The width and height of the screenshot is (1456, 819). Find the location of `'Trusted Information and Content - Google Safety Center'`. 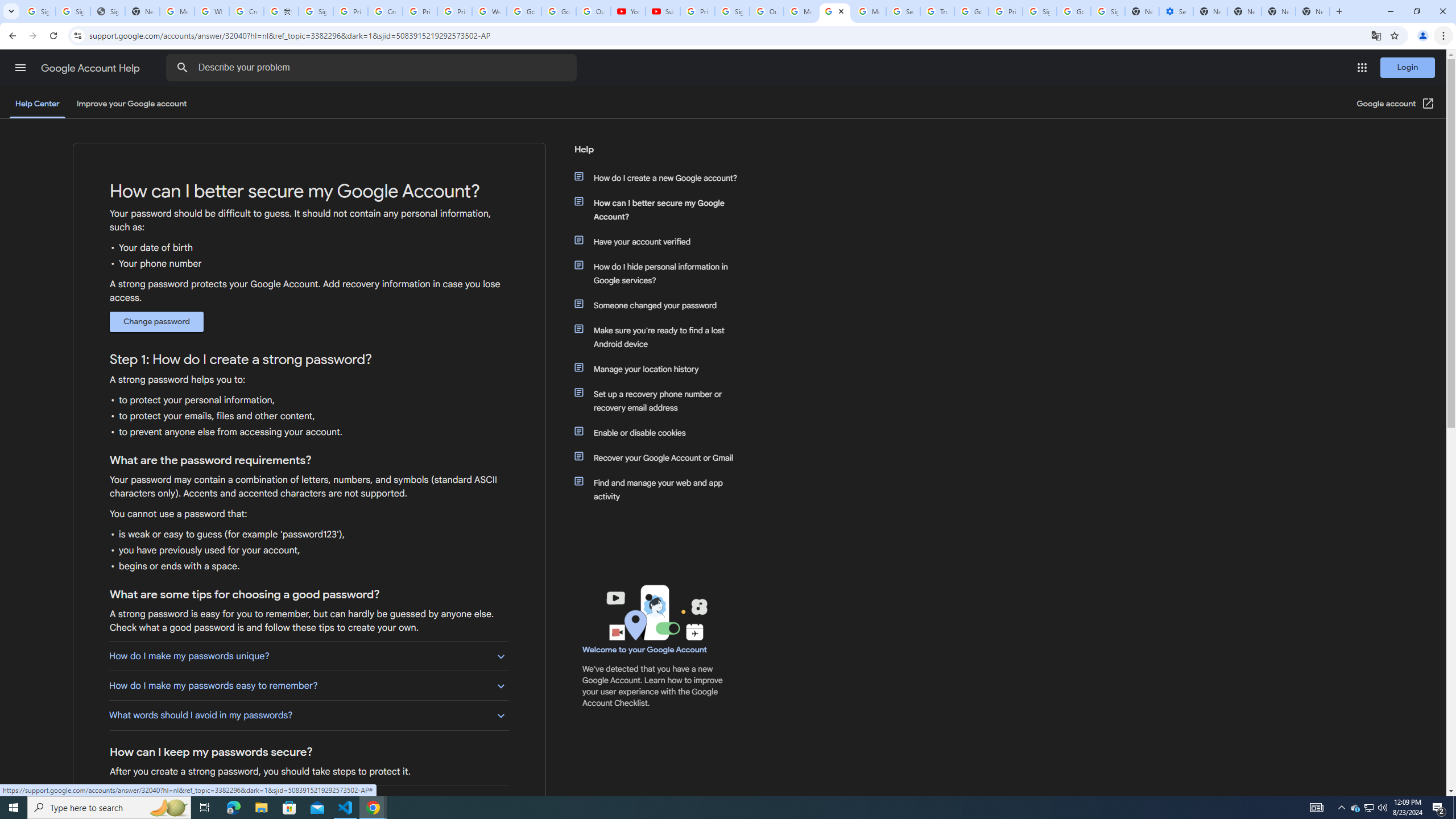

'Trusted Information and Content - Google Safety Center' is located at coordinates (937, 11).